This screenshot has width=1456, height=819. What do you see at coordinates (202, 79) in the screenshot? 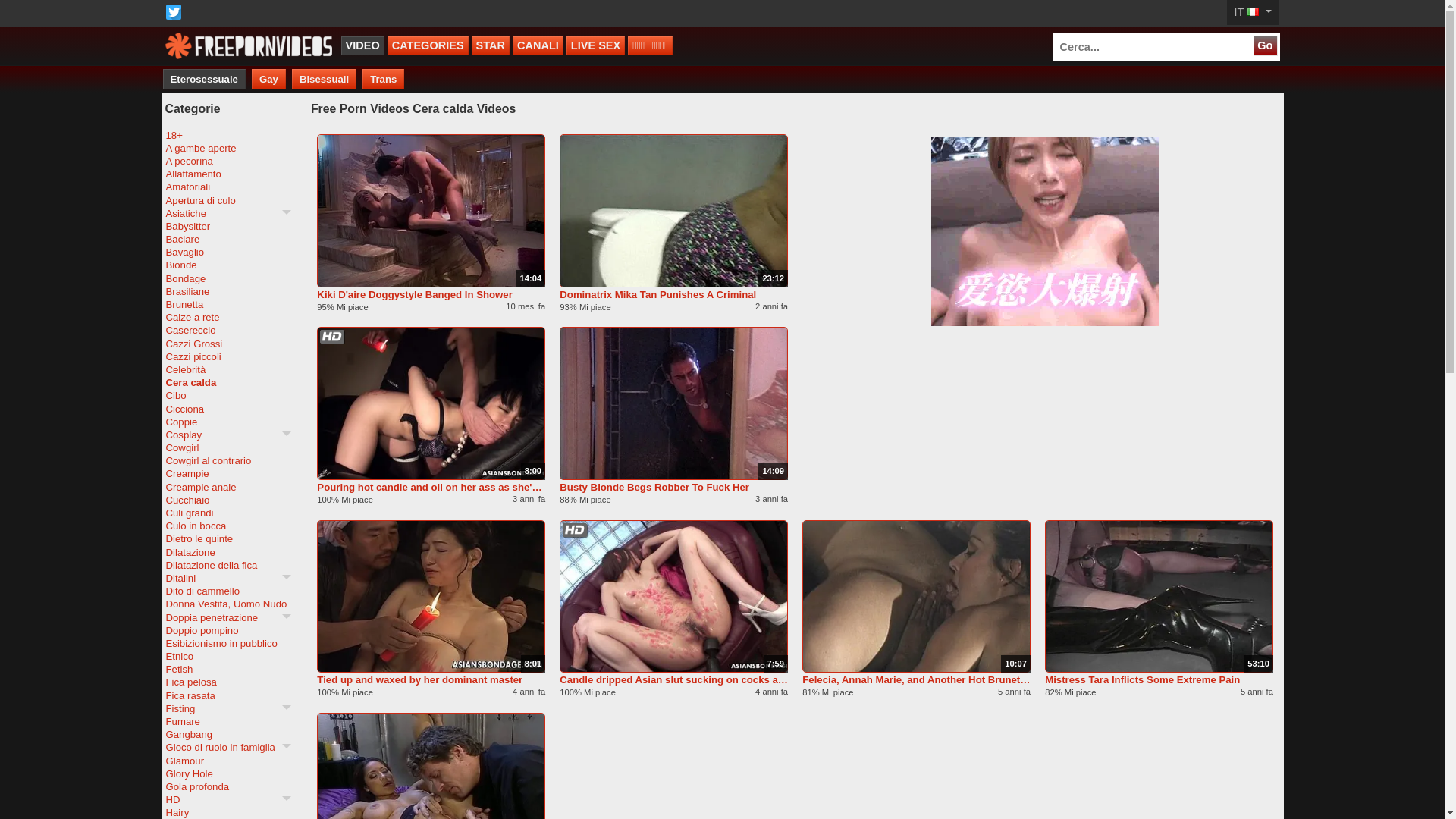
I see `'Eterosessuale'` at bounding box center [202, 79].